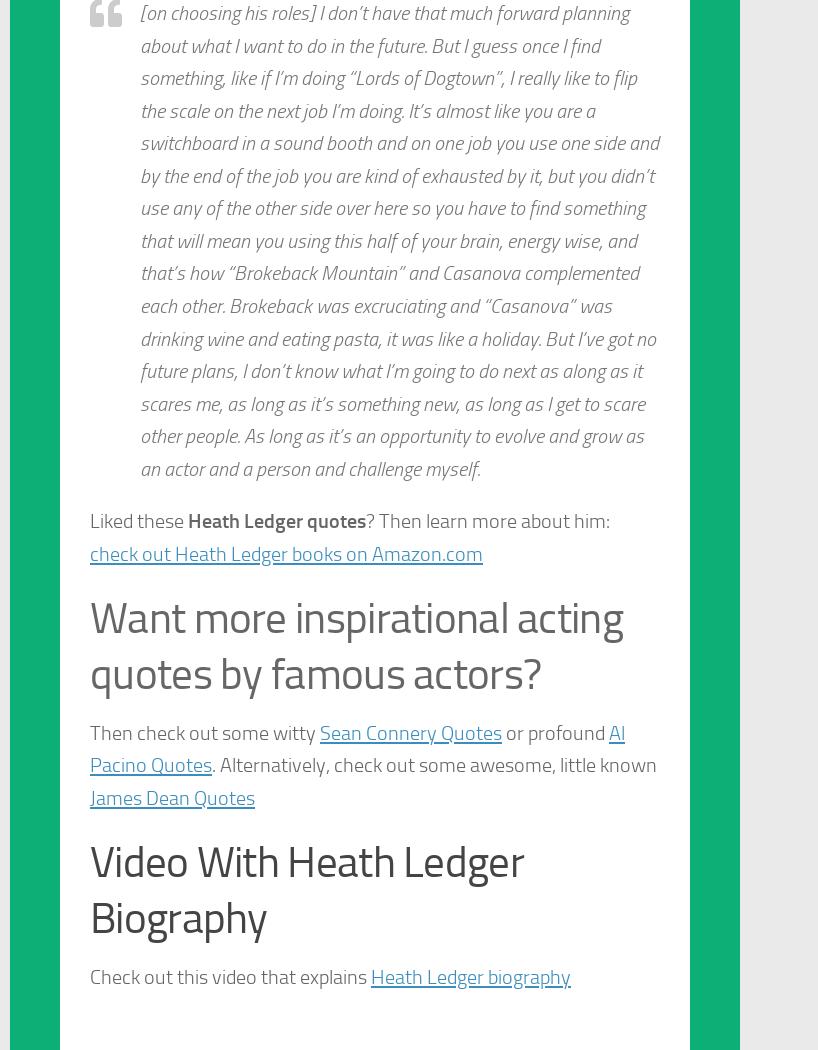  What do you see at coordinates (409, 730) in the screenshot?
I see `'Sean Connery Quotes'` at bounding box center [409, 730].